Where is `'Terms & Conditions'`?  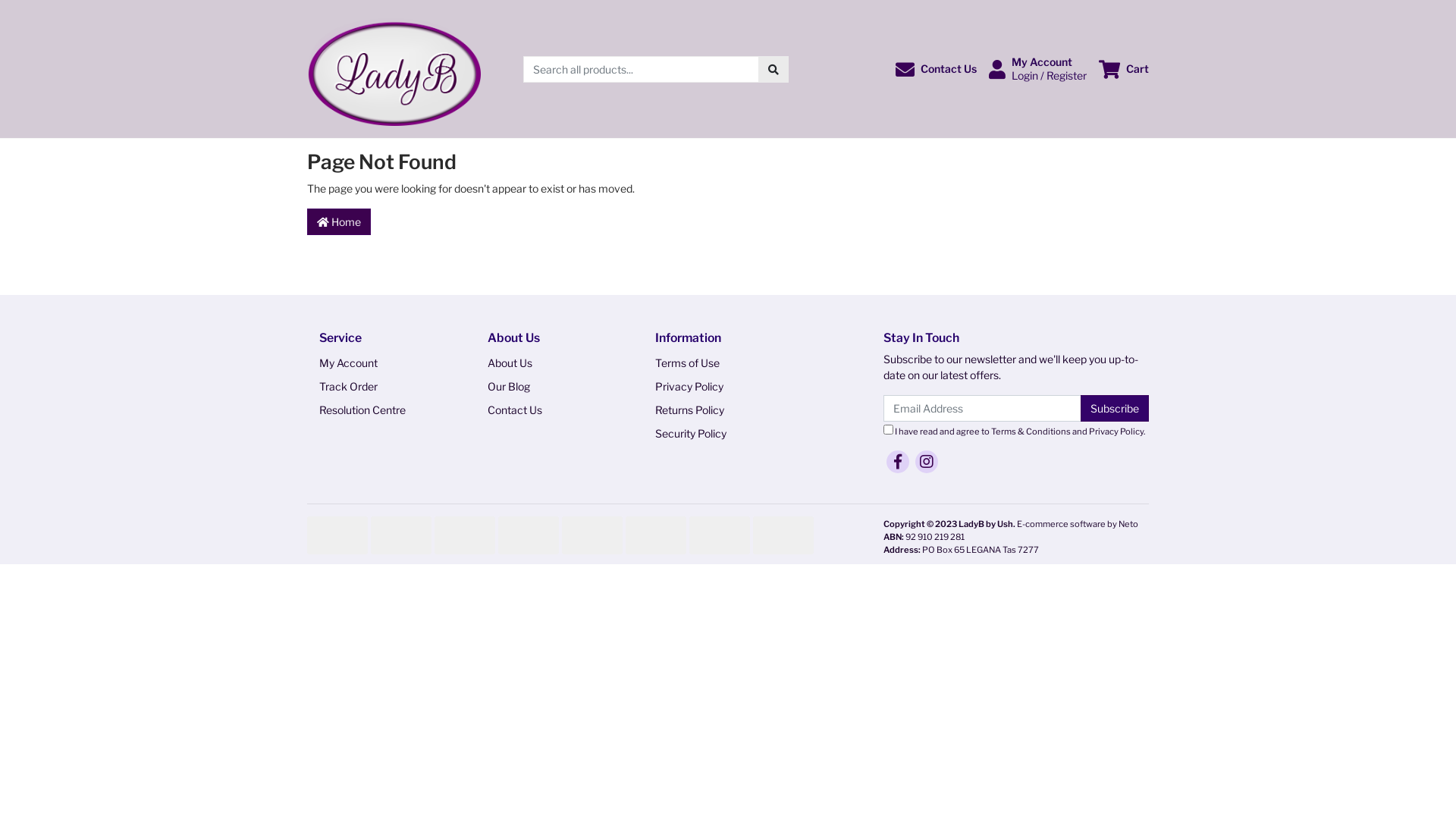 'Terms & Conditions' is located at coordinates (1031, 431).